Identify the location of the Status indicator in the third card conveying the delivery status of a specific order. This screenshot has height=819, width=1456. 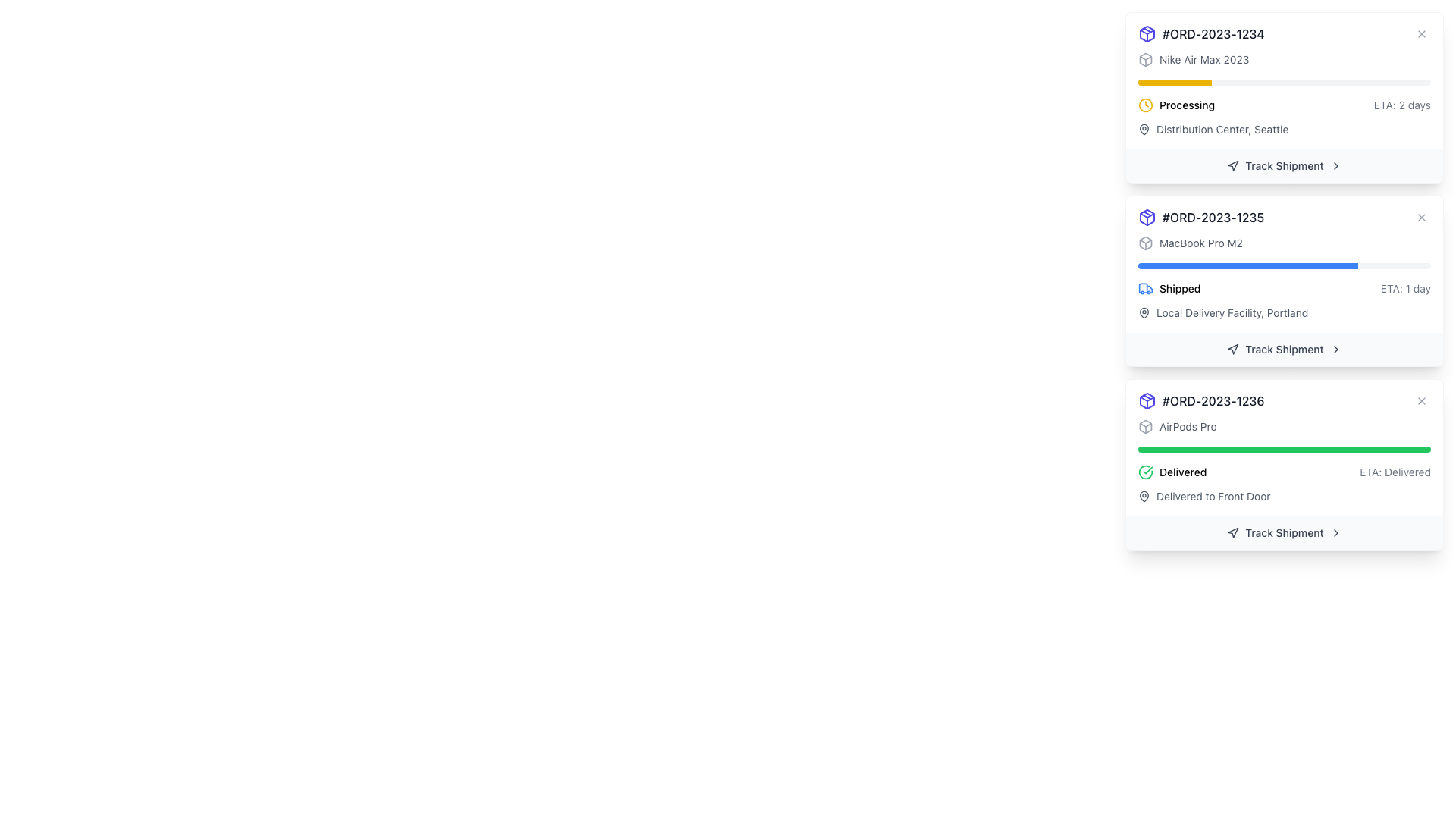
(1284, 472).